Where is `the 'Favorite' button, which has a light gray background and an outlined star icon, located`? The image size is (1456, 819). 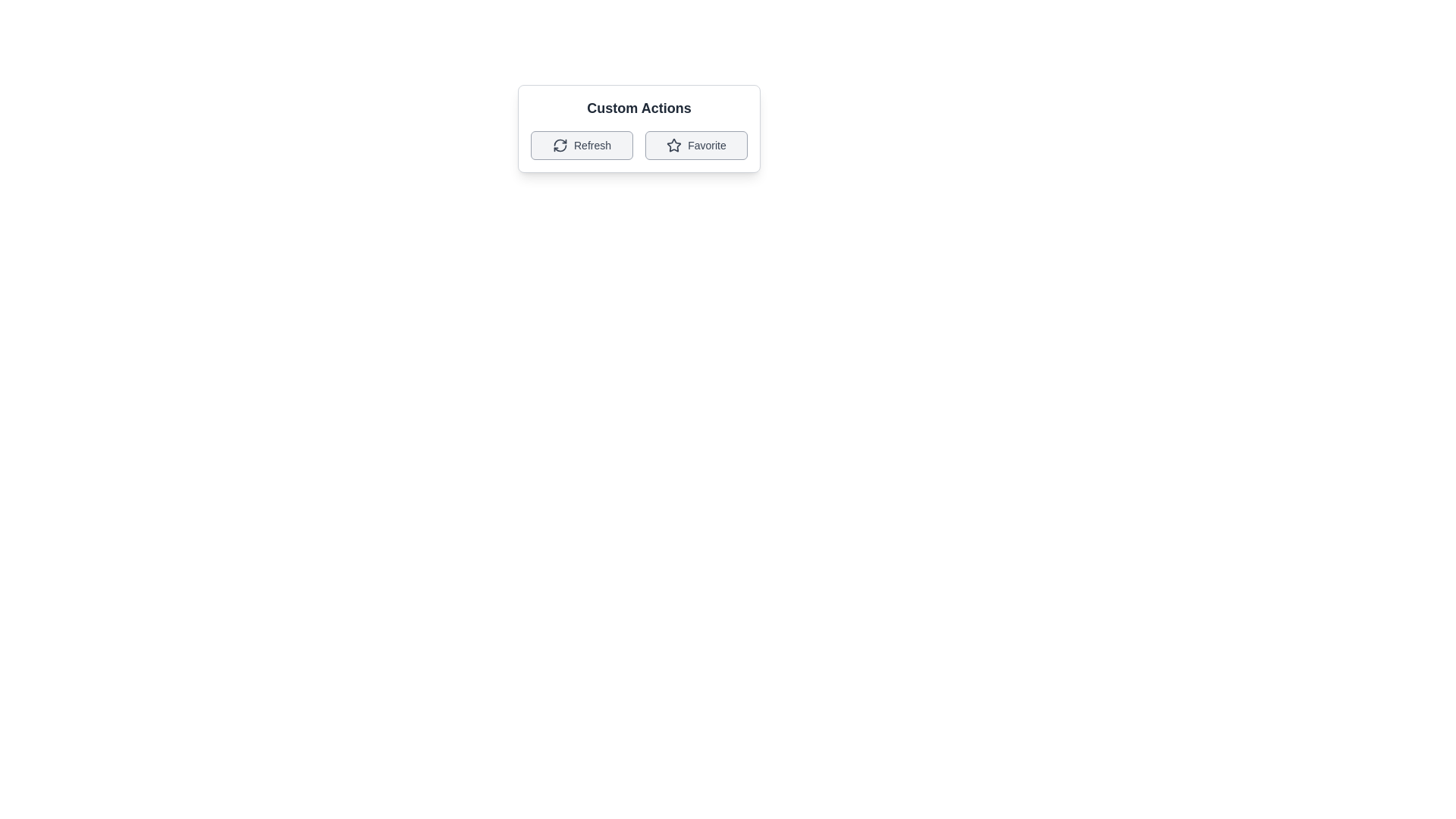
the 'Favorite' button, which has a light gray background and an outlined star icon, located is located at coordinates (695, 146).